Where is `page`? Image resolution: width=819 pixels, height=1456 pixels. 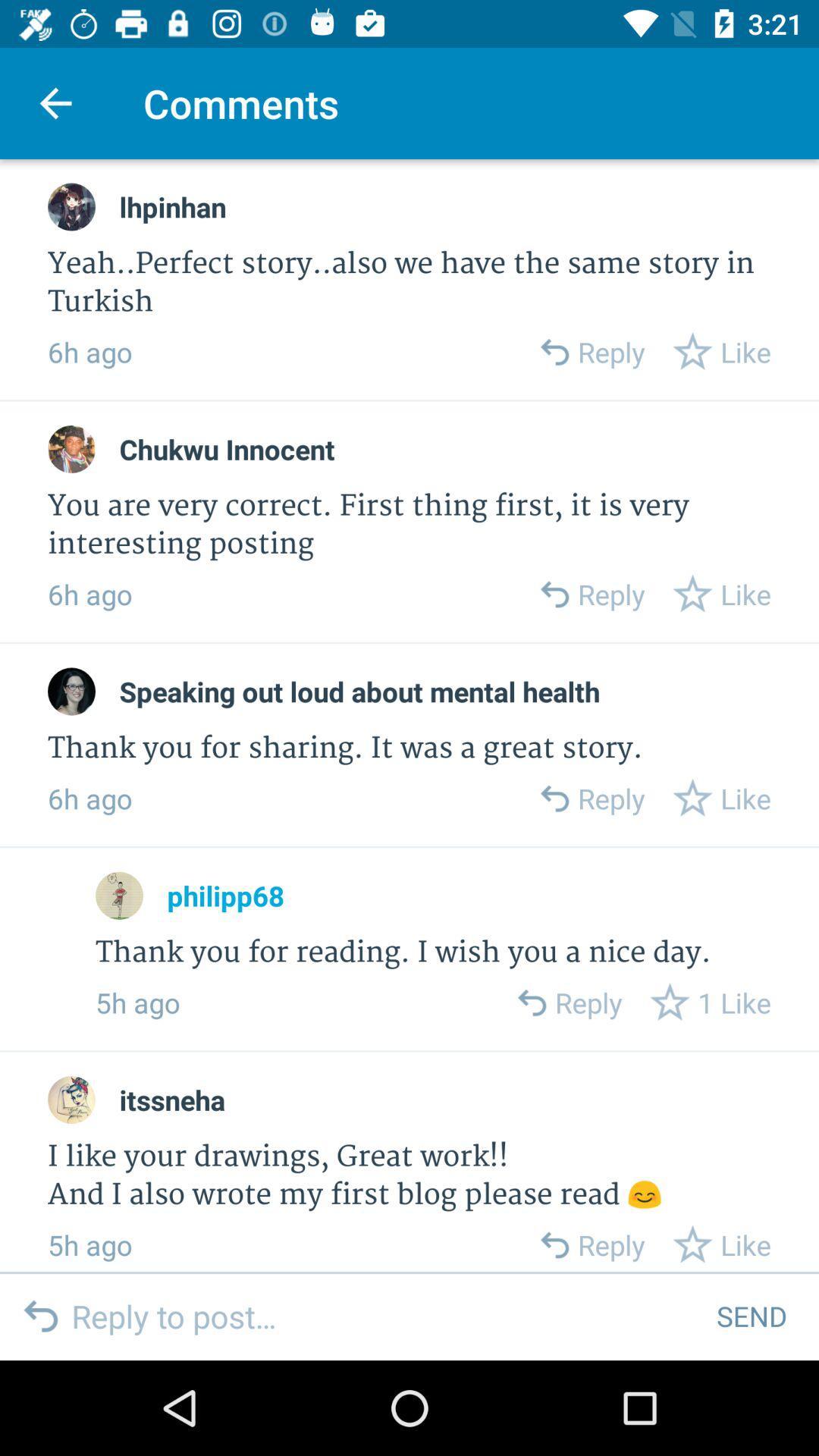 page is located at coordinates (71, 691).